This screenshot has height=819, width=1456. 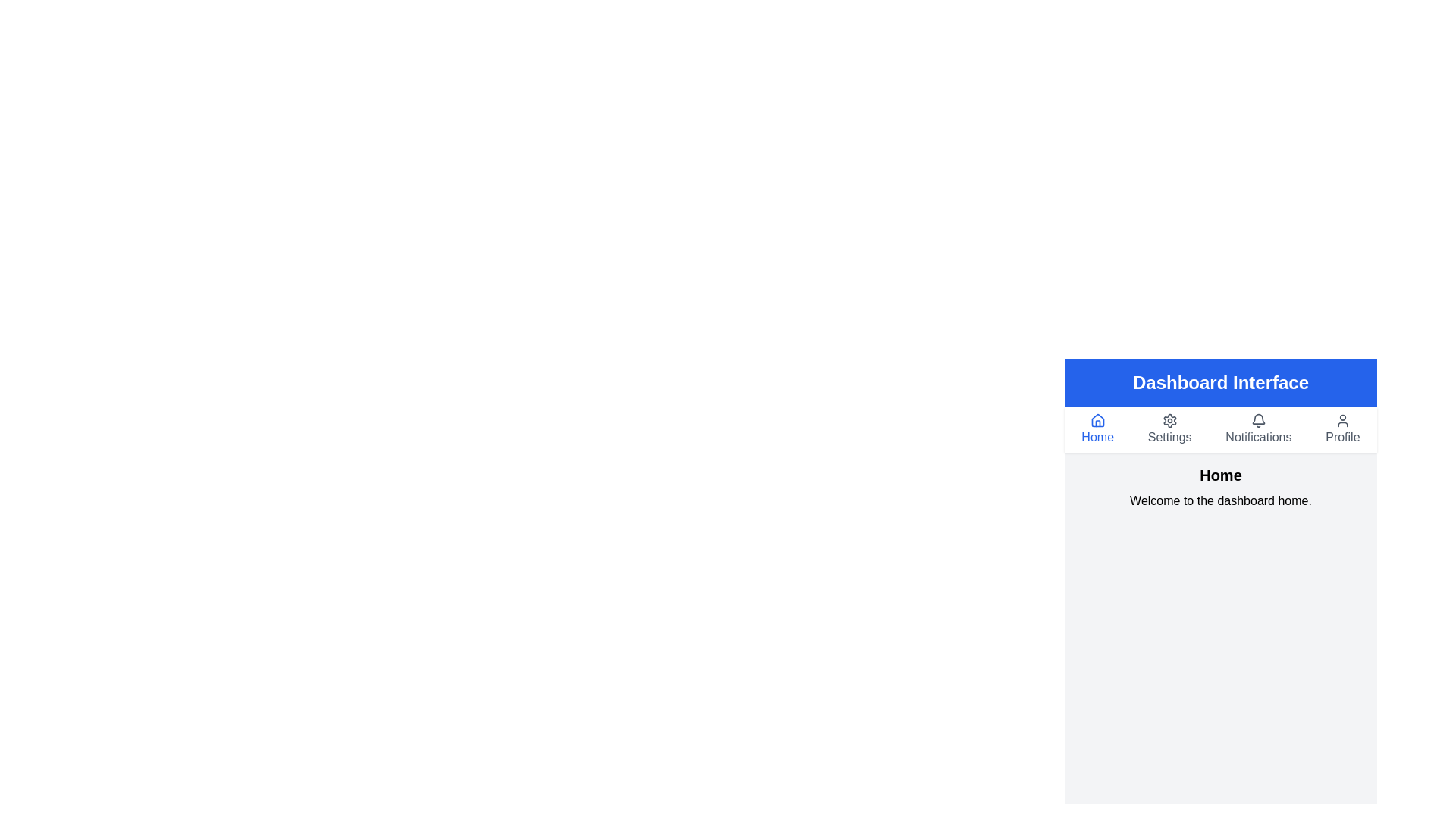 I want to click on the Notifications button, which features a bell icon and the text 'Notifications', so click(x=1258, y=430).